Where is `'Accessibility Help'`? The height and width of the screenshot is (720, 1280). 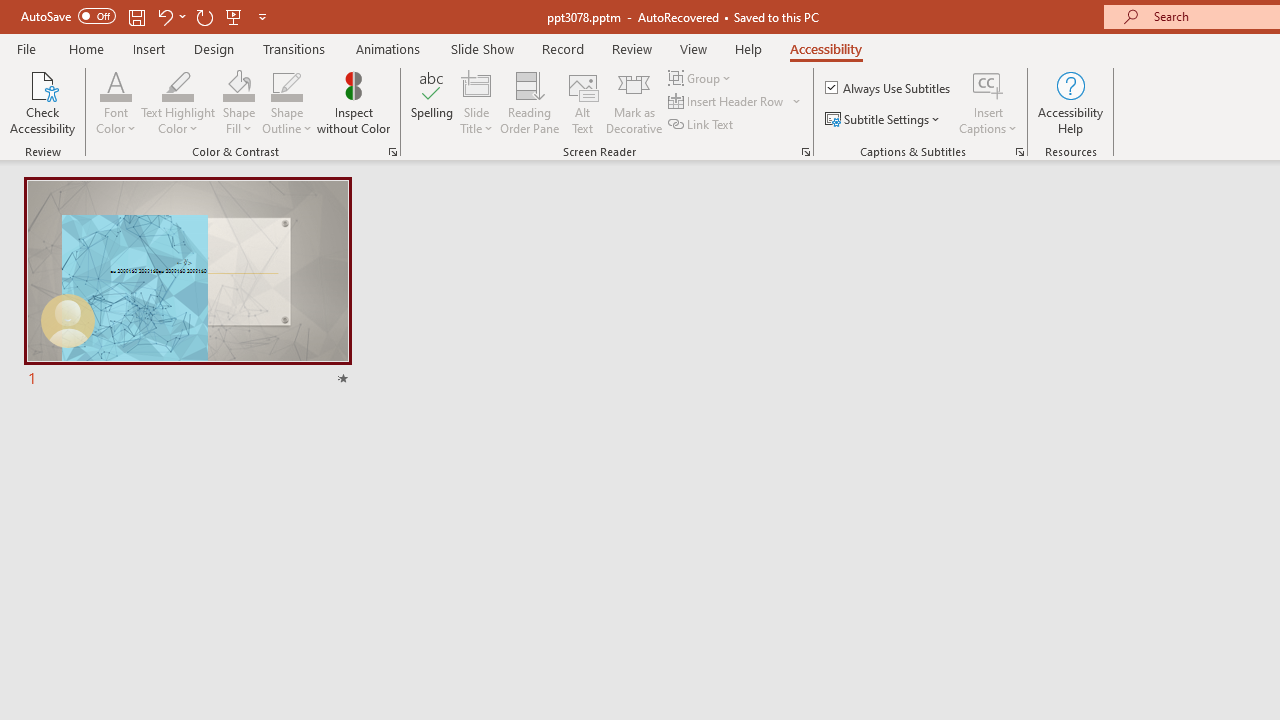 'Accessibility Help' is located at coordinates (1069, 103).